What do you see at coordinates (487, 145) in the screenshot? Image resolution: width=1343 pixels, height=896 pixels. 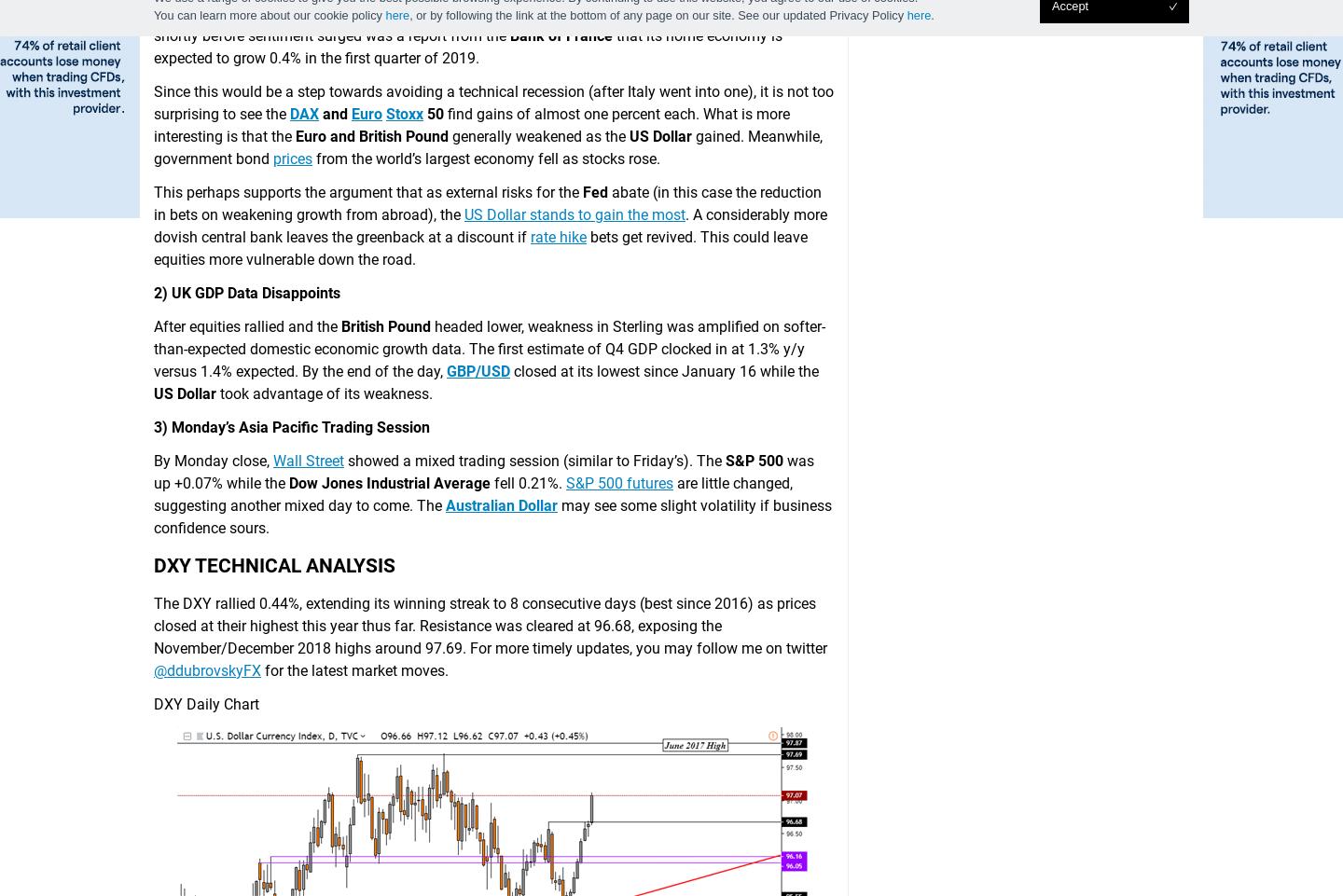 I see `'gained. Meanwhile, government bond'` at bounding box center [487, 145].